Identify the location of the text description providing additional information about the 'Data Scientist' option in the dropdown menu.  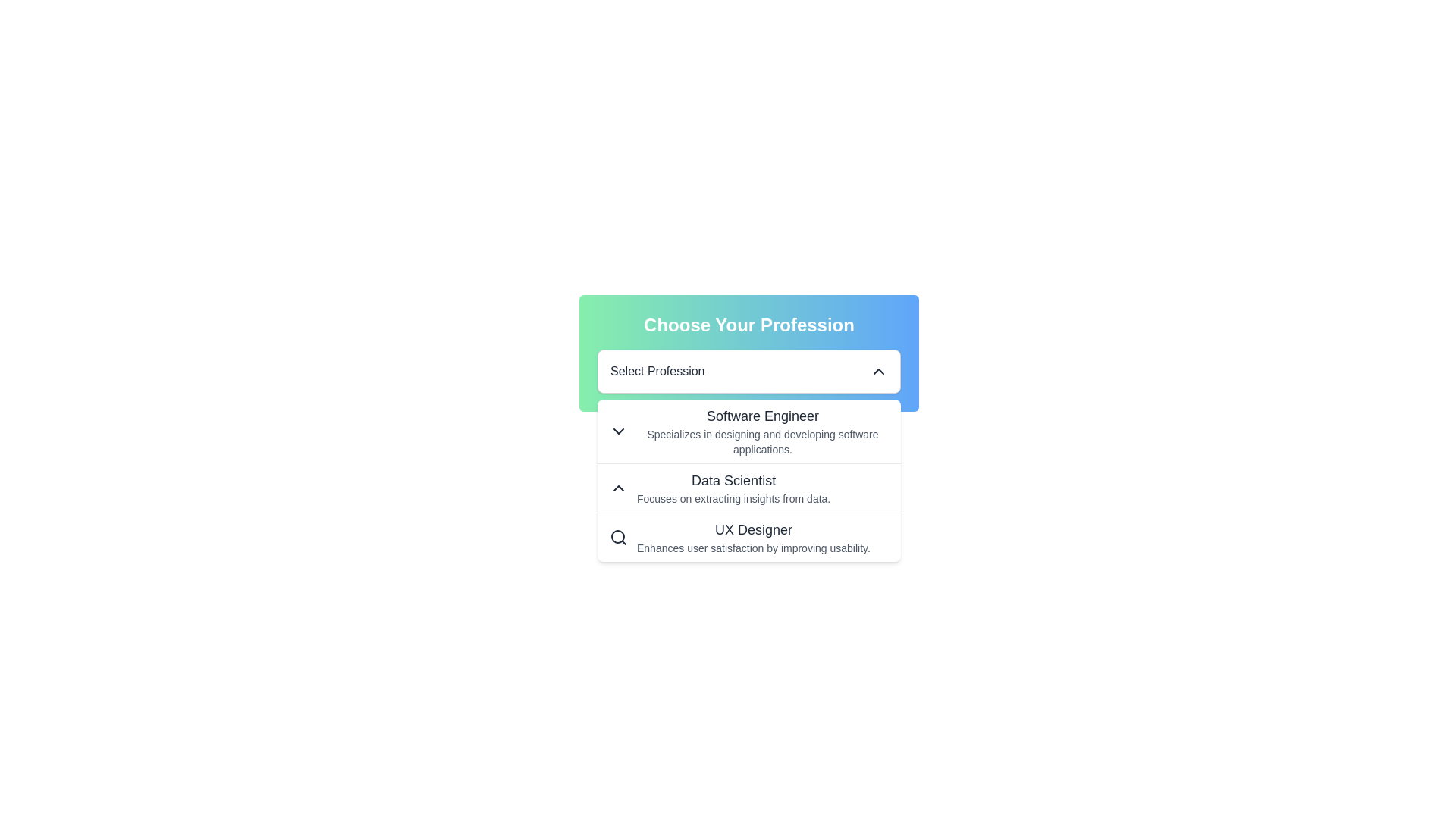
(733, 499).